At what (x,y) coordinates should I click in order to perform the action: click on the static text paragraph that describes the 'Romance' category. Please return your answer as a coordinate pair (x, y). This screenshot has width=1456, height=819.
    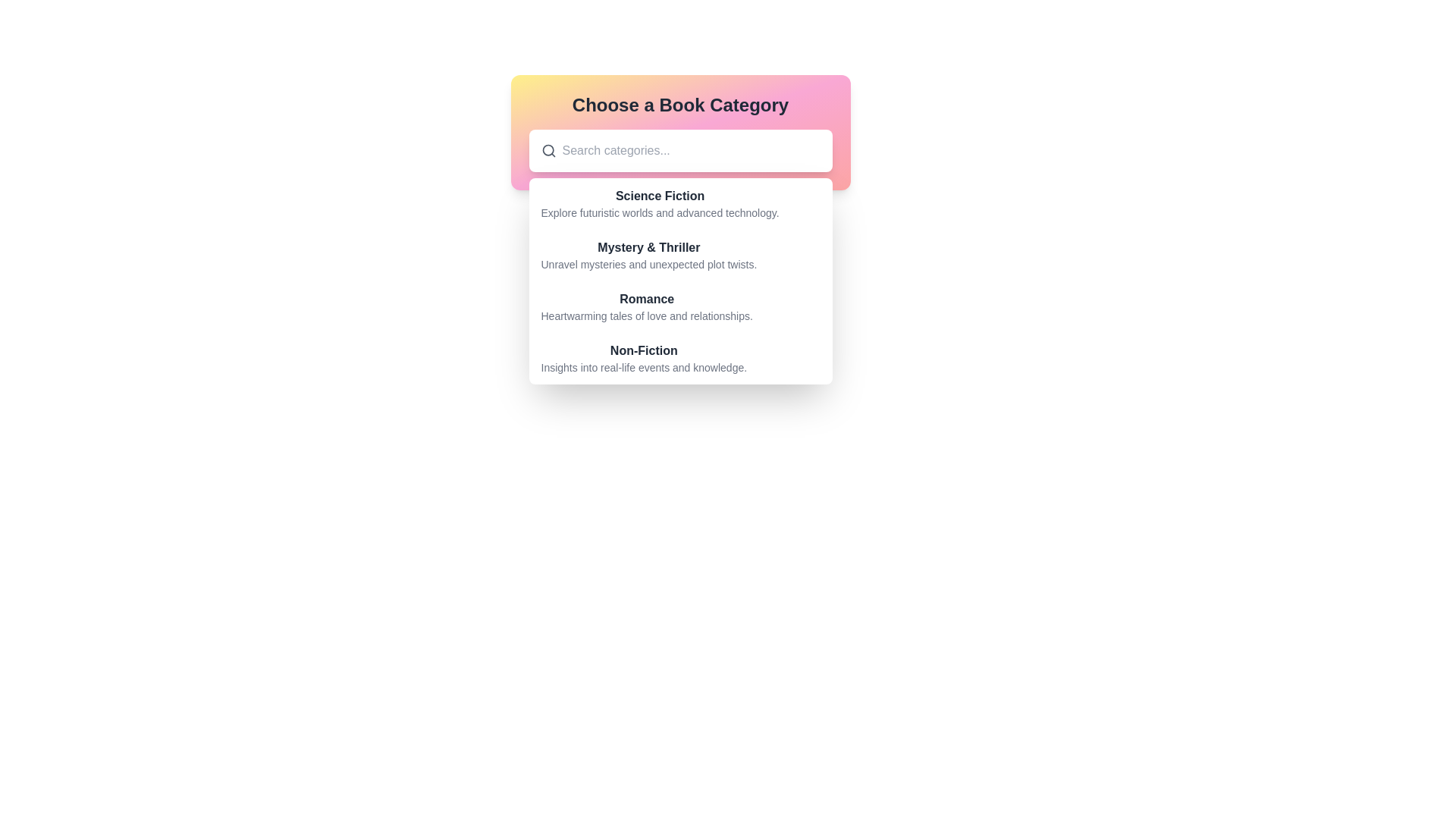
    Looking at the image, I should click on (647, 315).